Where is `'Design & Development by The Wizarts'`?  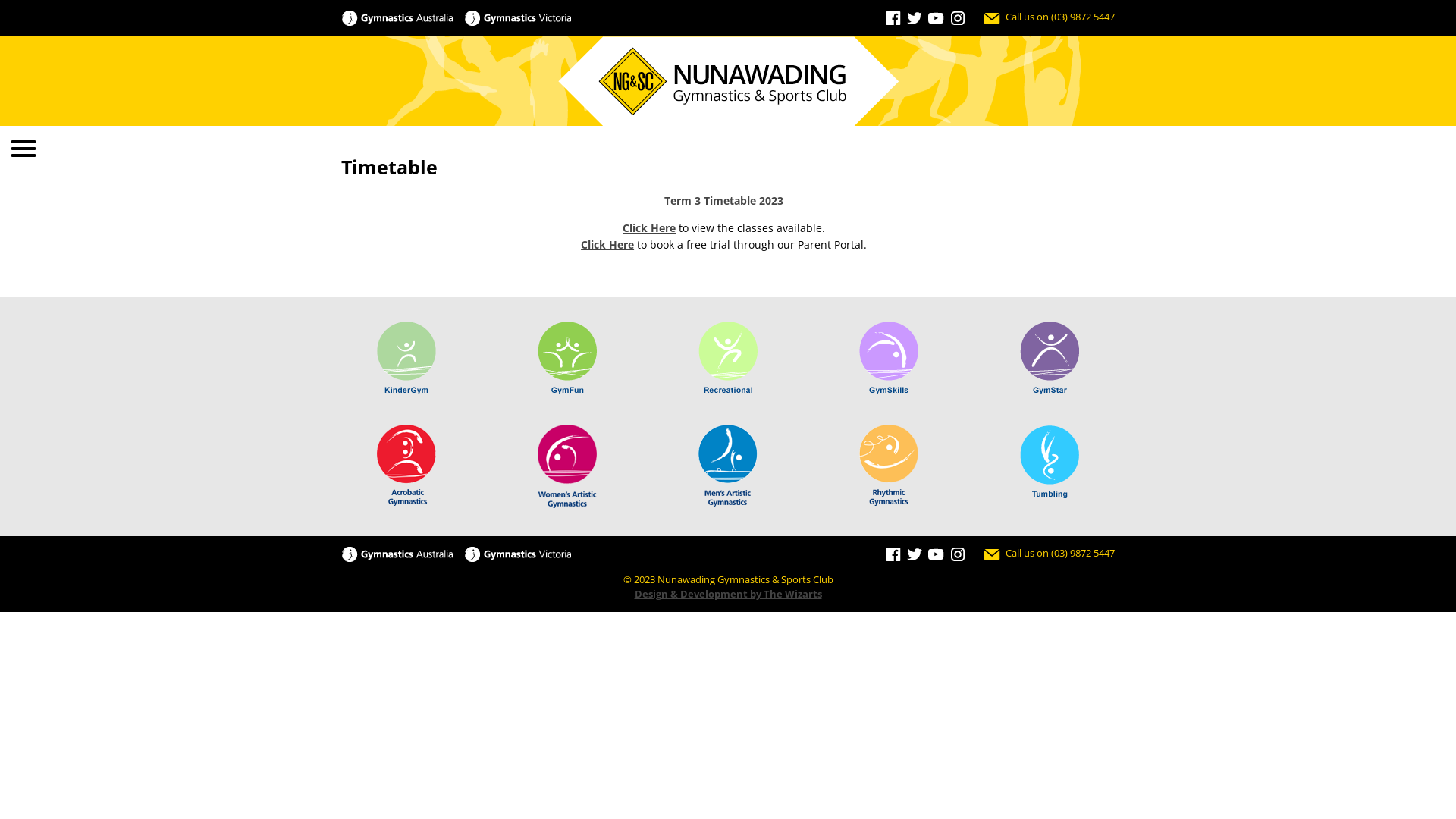
'Design & Development by The Wizarts' is located at coordinates (726, 593).